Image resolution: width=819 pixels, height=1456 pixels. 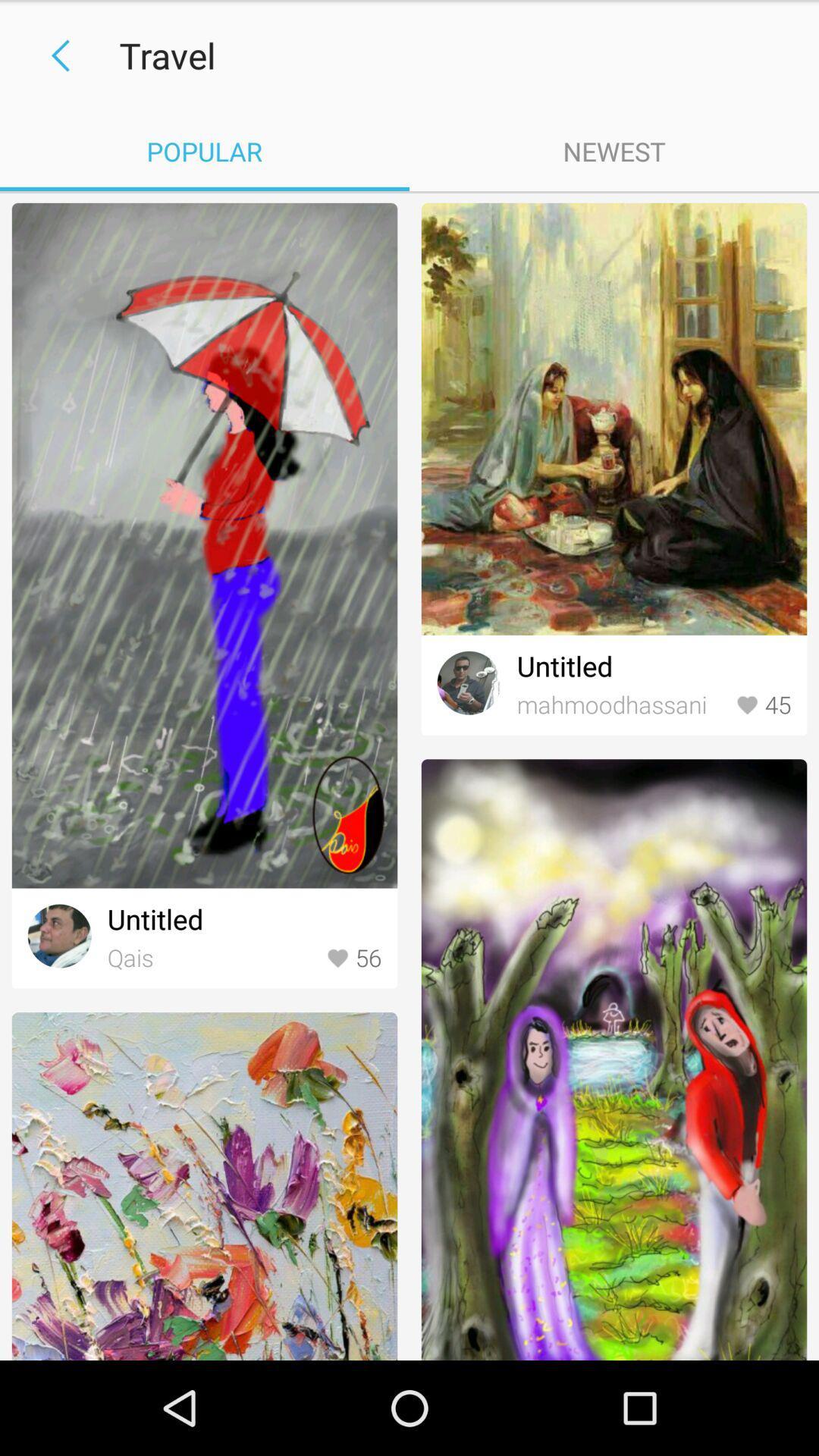 I want to click on the 45, so click(x=763, y=704).